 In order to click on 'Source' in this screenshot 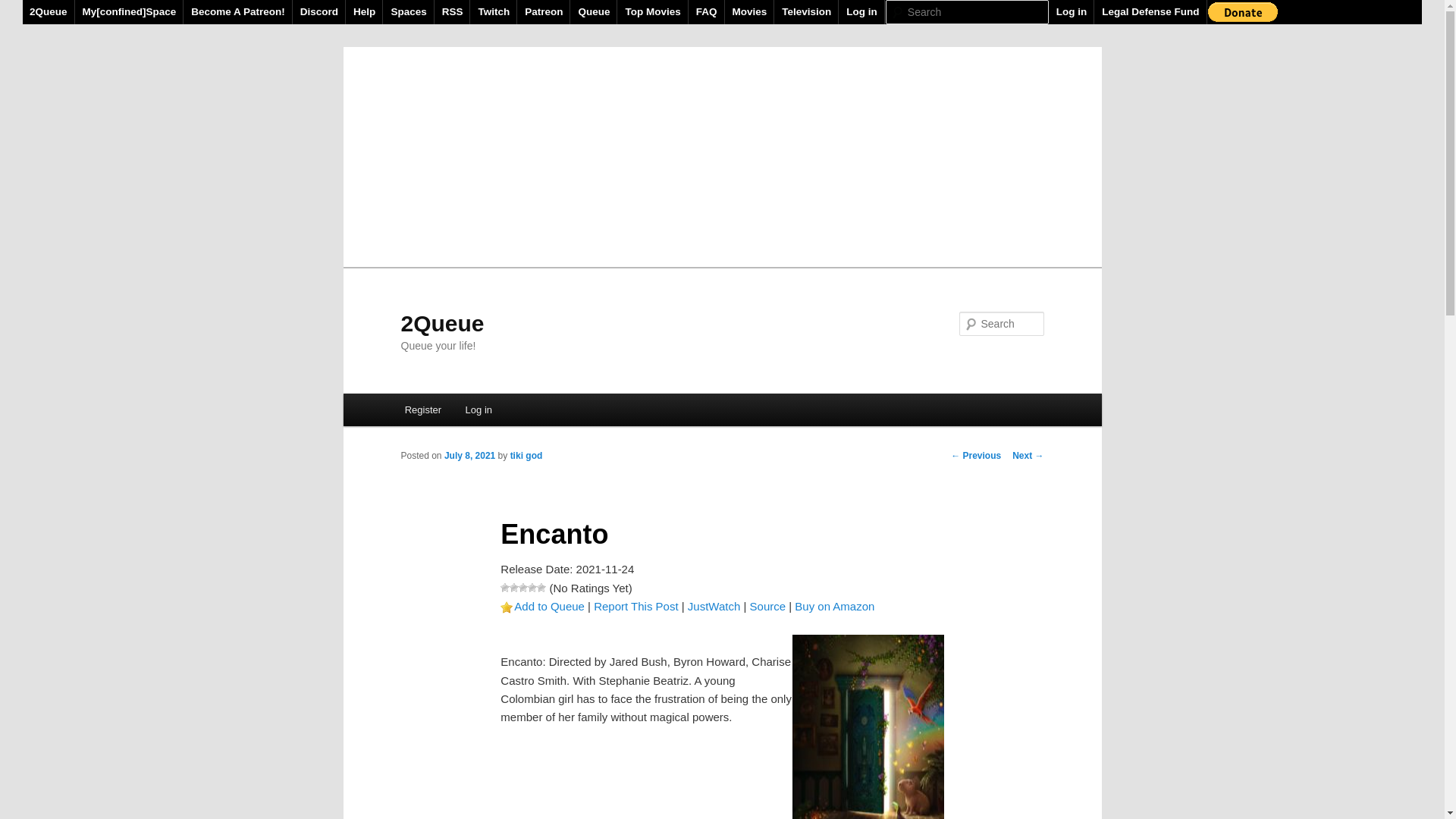, I will do `click(749, 605)`.